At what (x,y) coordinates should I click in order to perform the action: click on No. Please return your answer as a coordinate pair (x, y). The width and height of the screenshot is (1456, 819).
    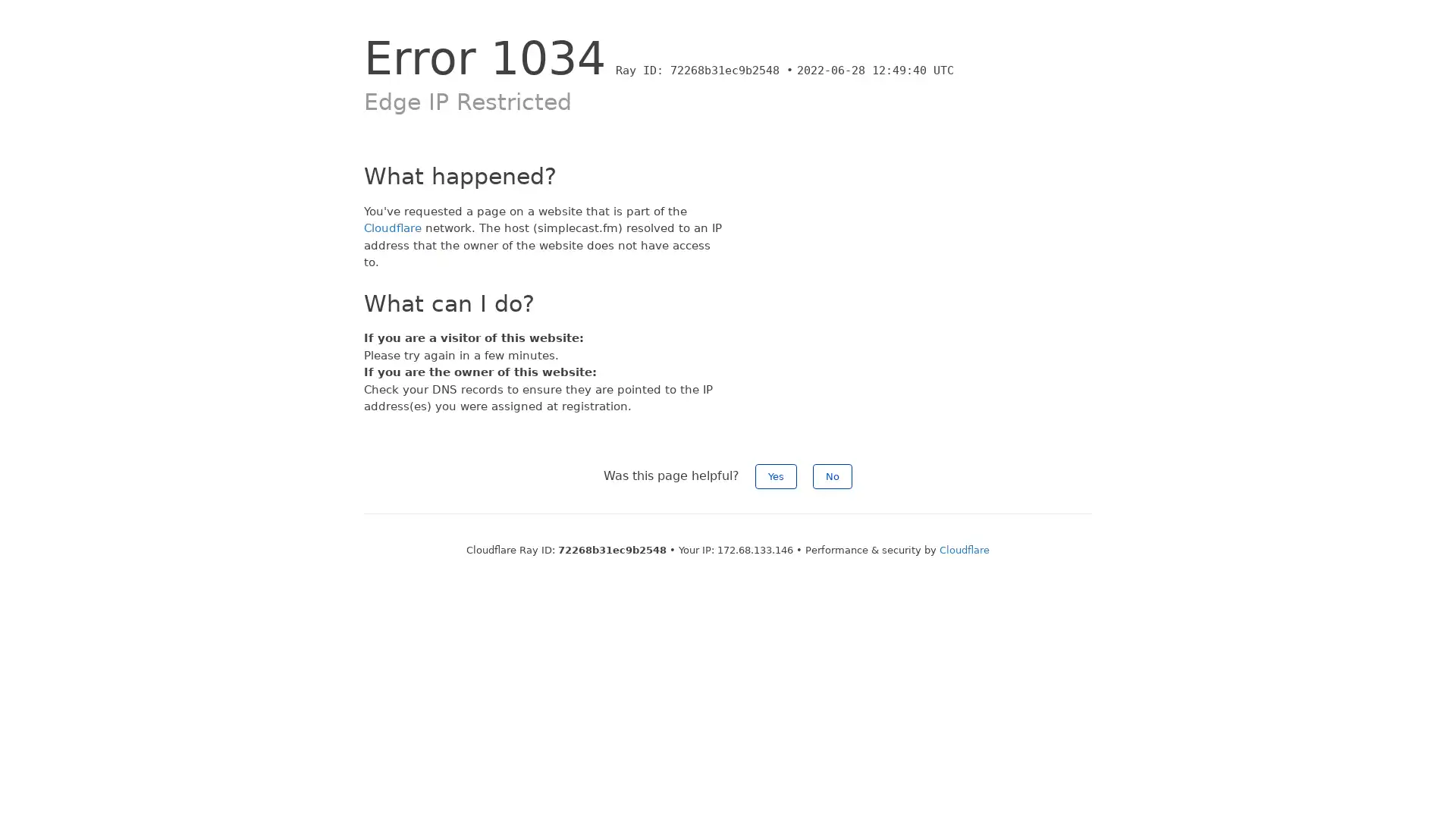
    Looking at the image, I should click on (832, 475).